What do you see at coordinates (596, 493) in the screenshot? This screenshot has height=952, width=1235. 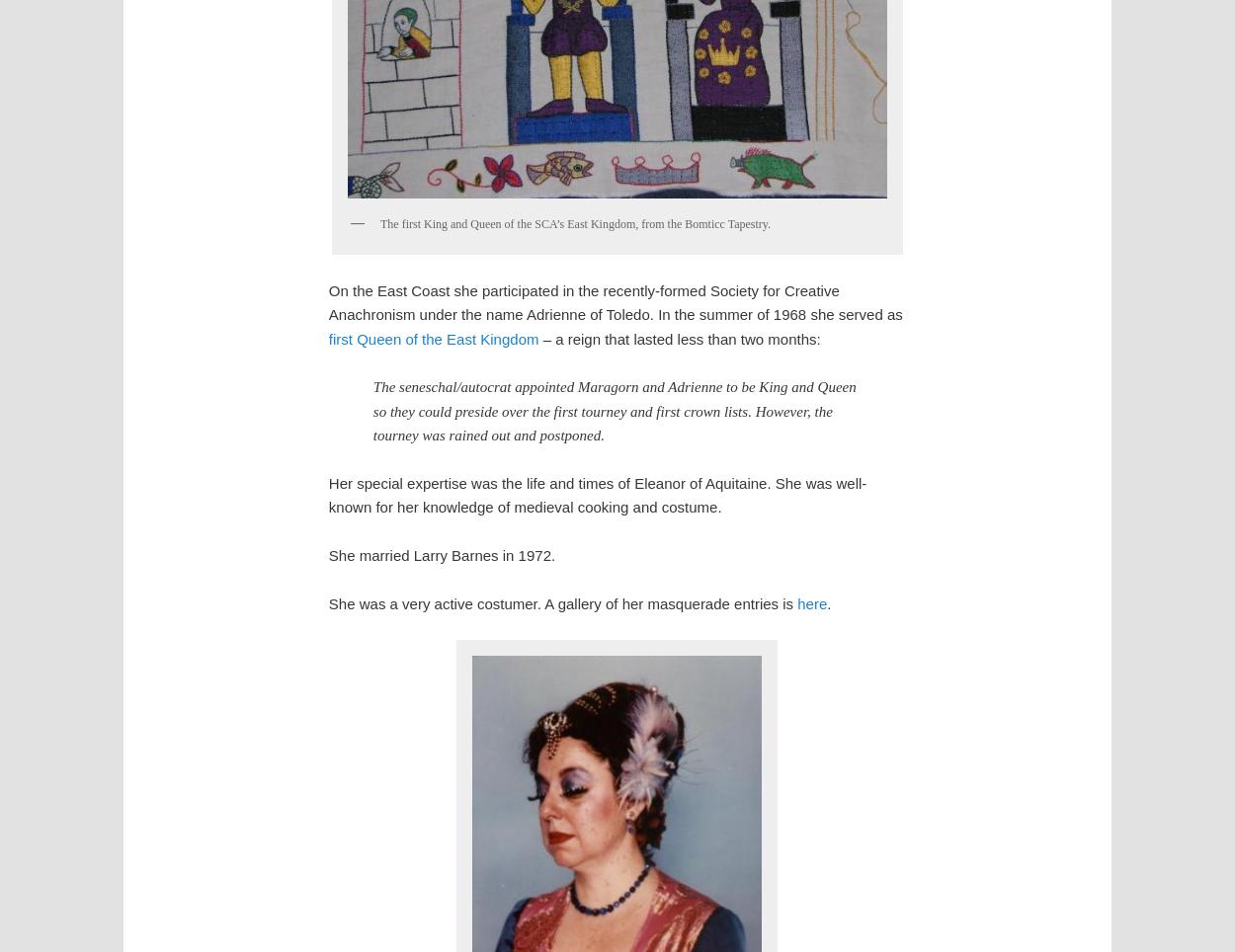 I see `'Her special expertise was the life and times of Eleanor of Aquitaine. She was well-known for her knowledge of medieval cooking and costume.'` at bounding box center [596, 493].